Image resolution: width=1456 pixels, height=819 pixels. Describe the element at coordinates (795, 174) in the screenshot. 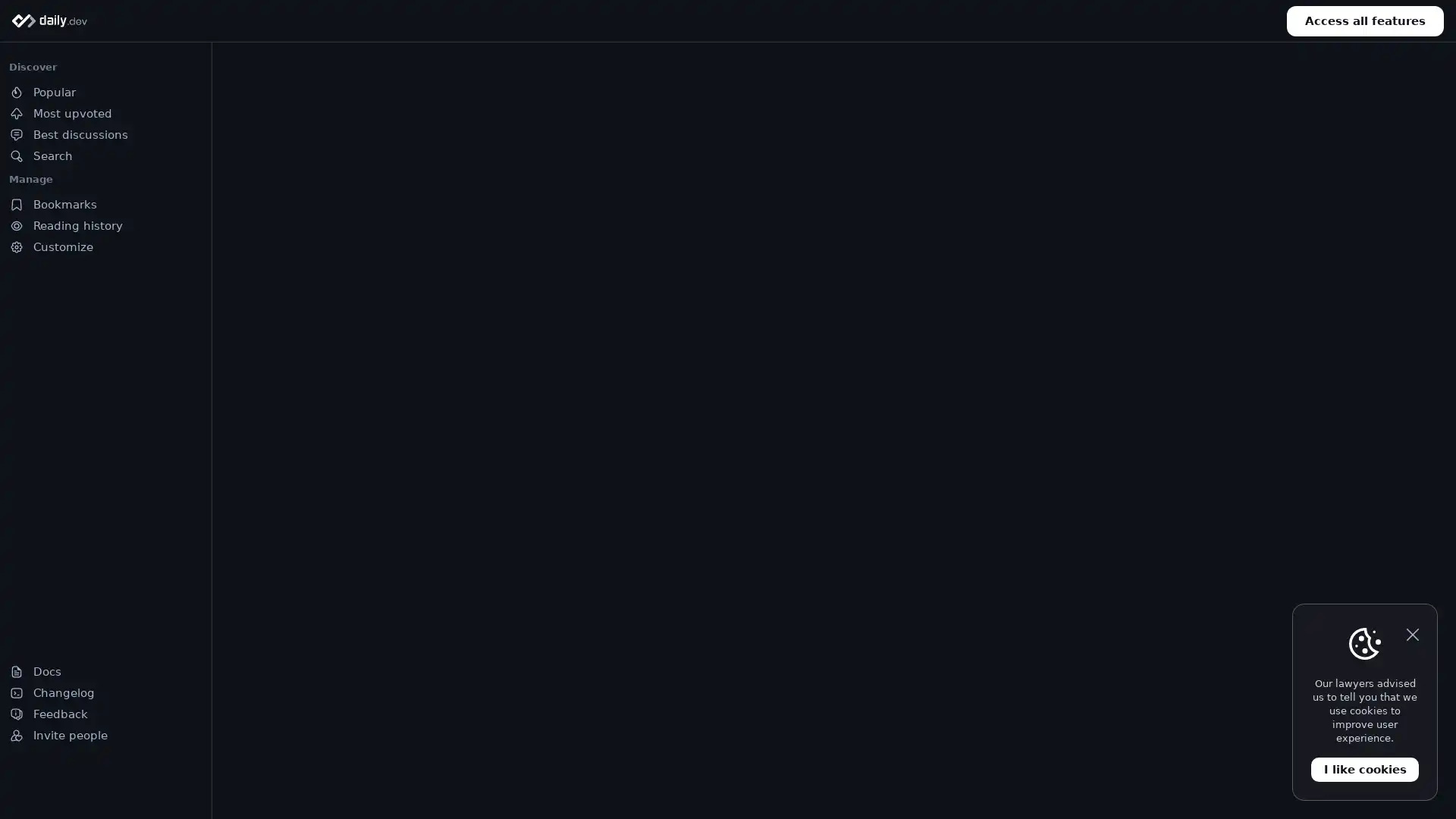

I see `Options` at that location.